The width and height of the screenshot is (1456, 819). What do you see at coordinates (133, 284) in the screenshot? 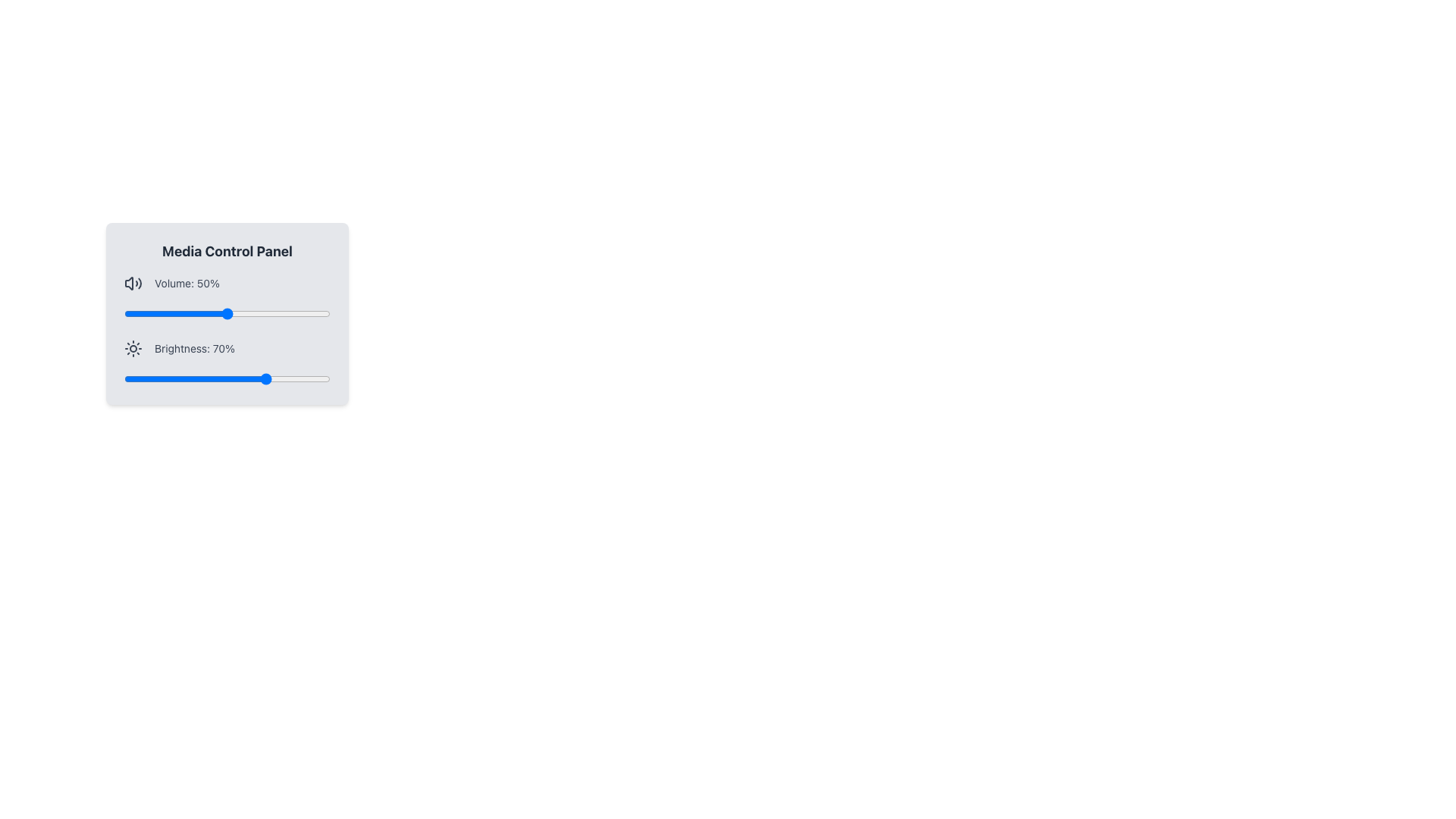
I see `the volume control icon located on the left end of the volume section in the media control panel` at bounding box center [133, 284].